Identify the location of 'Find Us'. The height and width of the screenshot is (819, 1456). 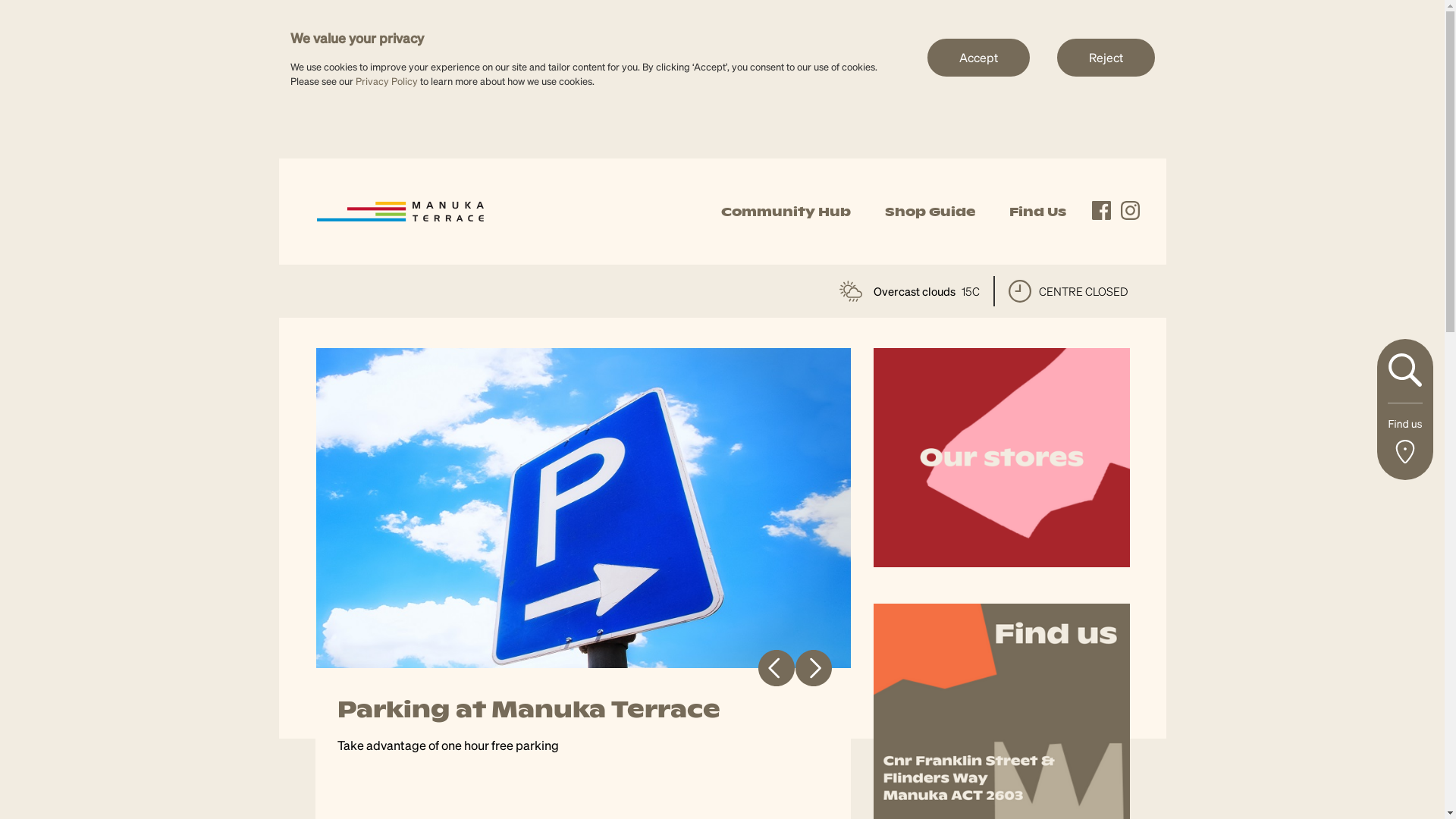
(1036, 212).